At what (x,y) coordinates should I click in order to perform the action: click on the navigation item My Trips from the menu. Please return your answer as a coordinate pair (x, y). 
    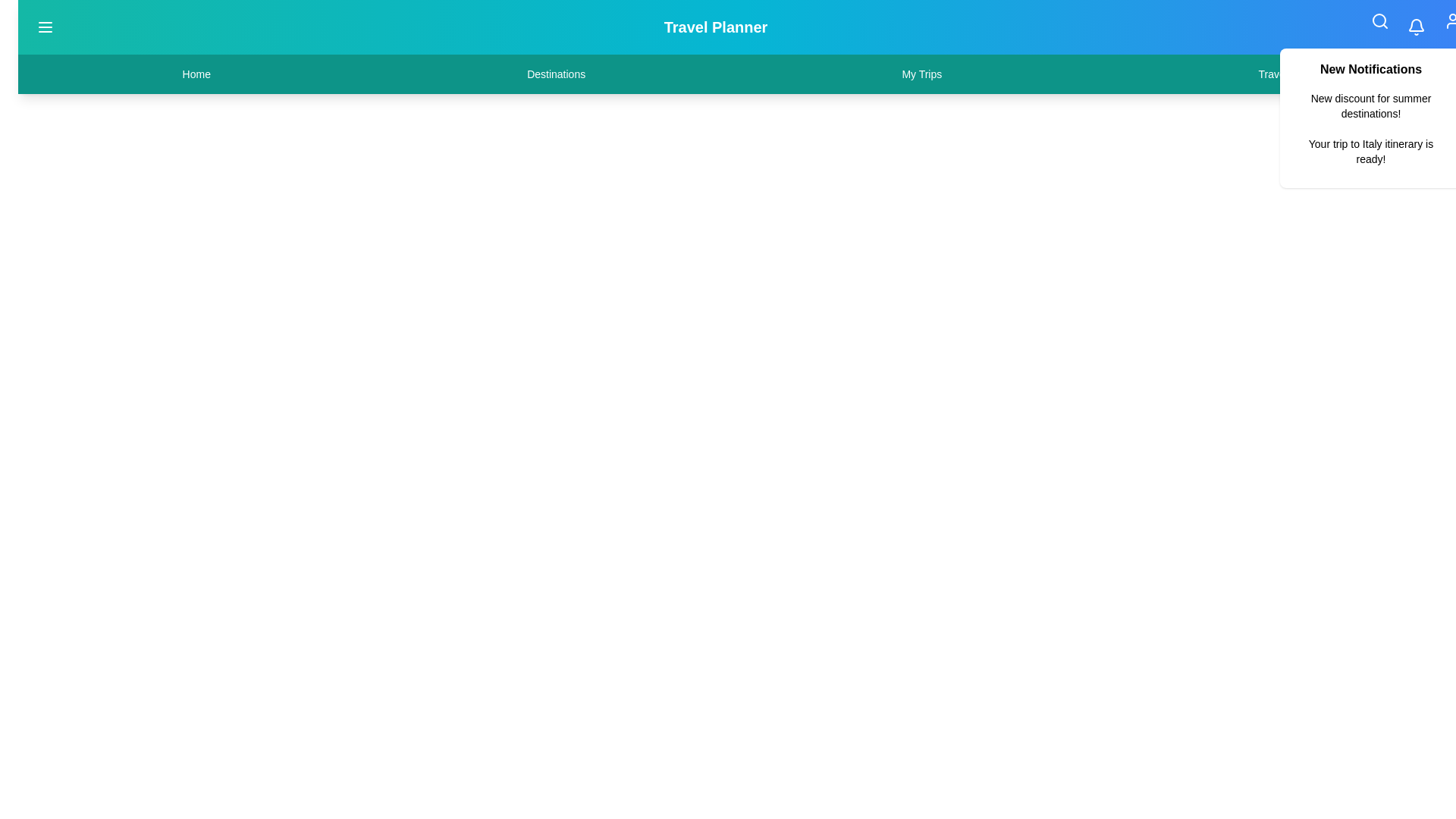
    Looking at the image, I should click on (920, 74).